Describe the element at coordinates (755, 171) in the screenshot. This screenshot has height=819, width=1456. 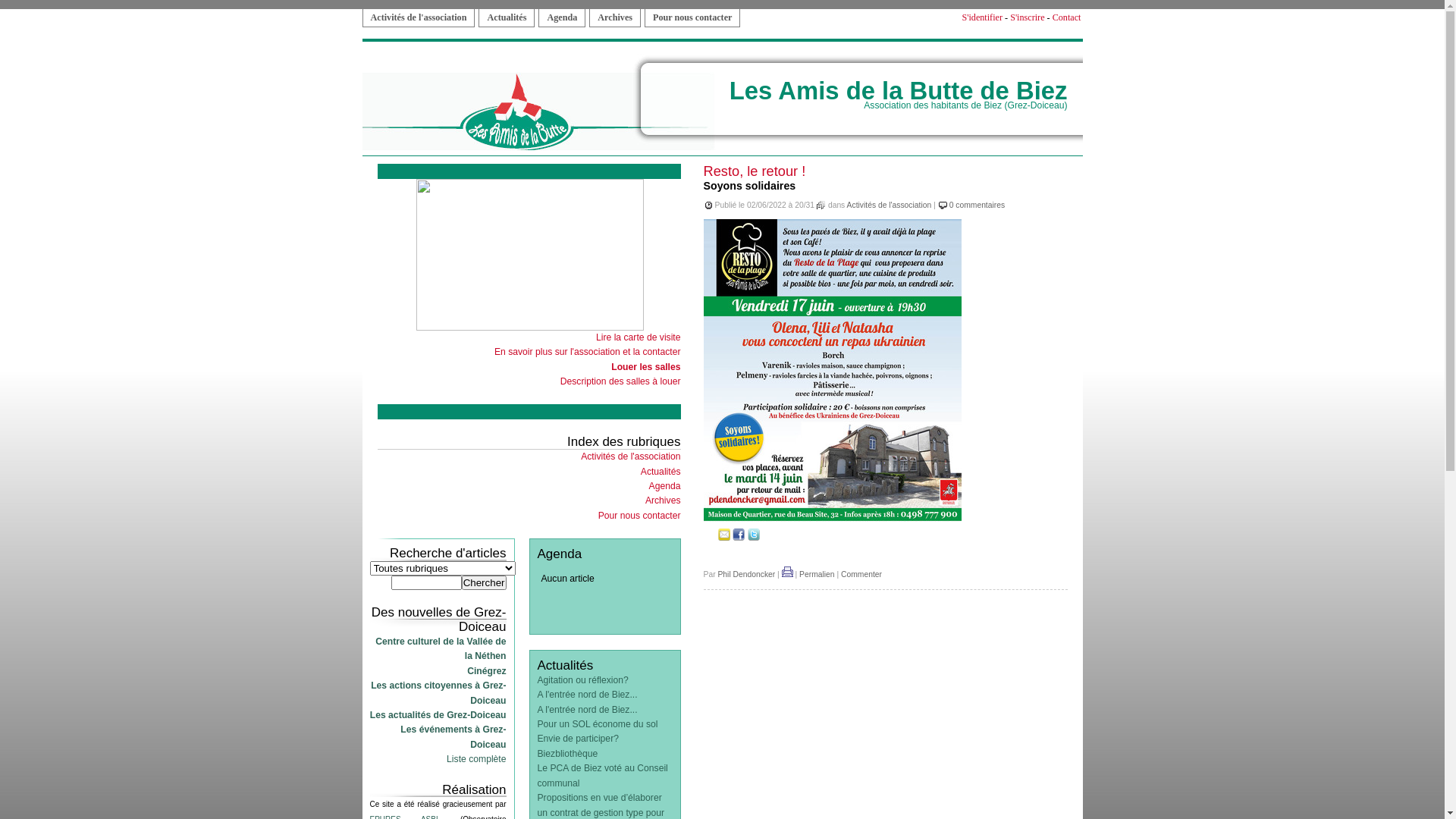
I see `'Resto, le retour !'` at that location.